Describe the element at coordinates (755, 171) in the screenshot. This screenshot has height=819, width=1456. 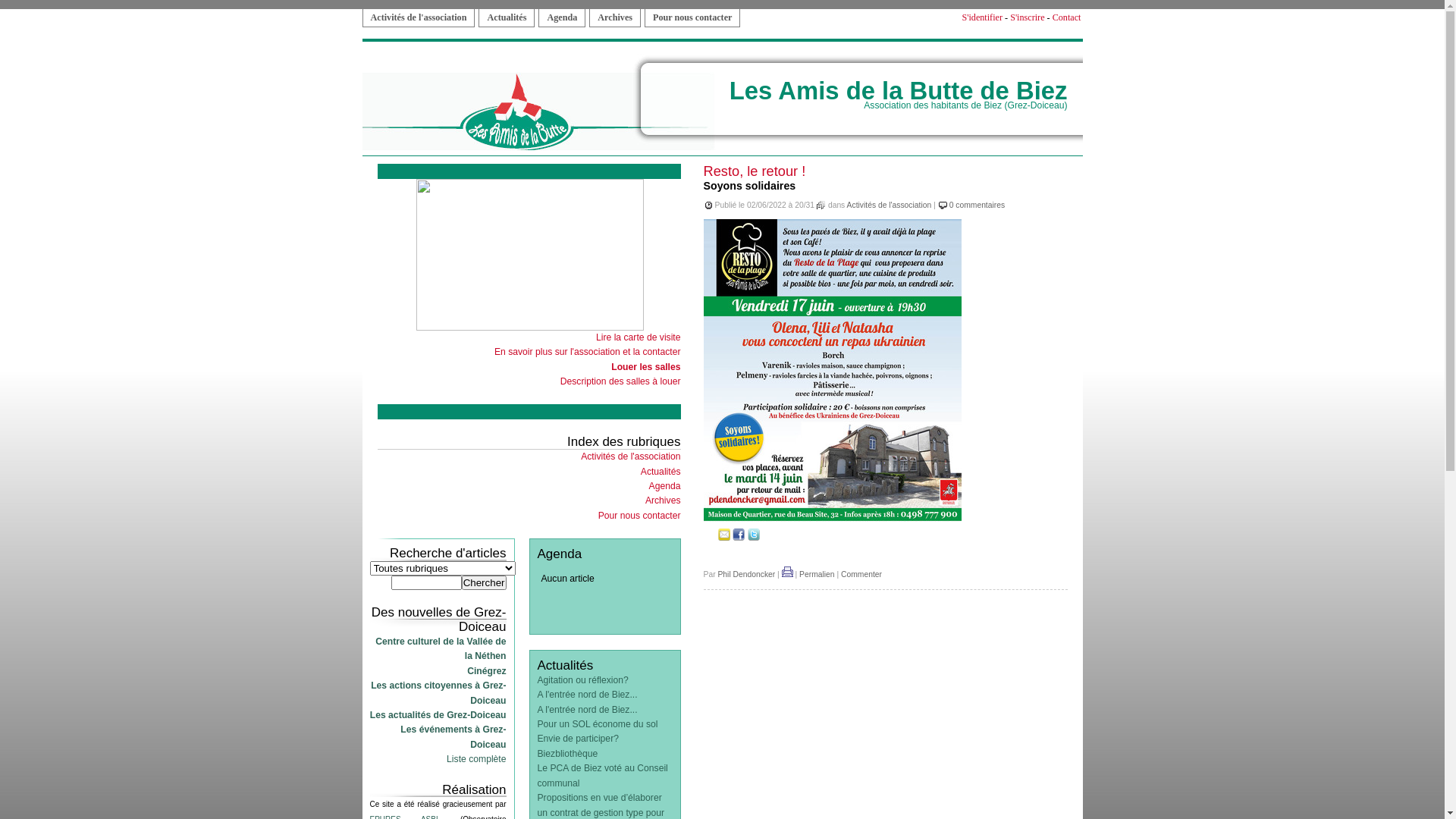
I see `'Resto, le retour !'` at that location.